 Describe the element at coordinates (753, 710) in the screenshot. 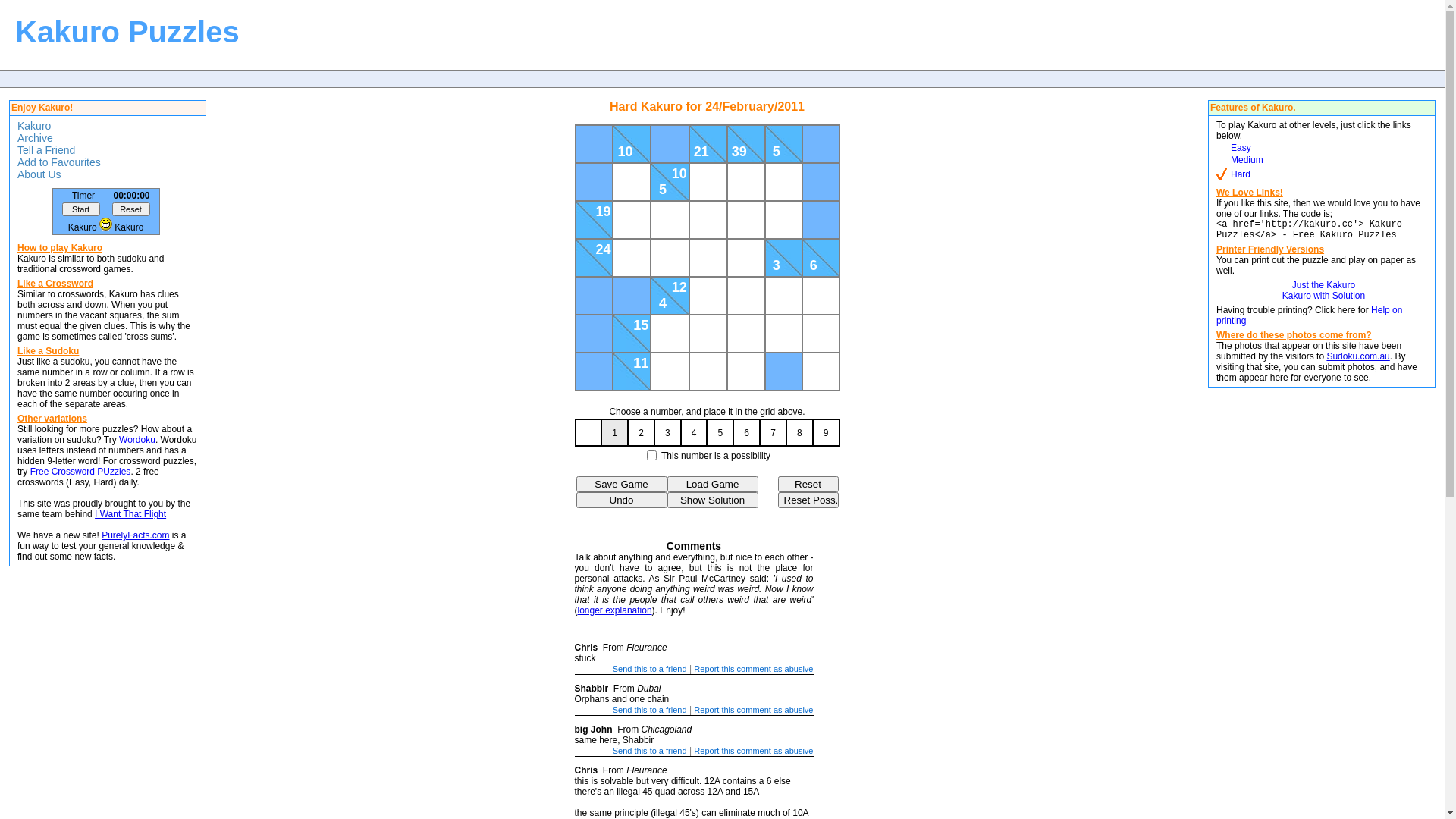

I see `'Report this comment as abusive'` at that location.